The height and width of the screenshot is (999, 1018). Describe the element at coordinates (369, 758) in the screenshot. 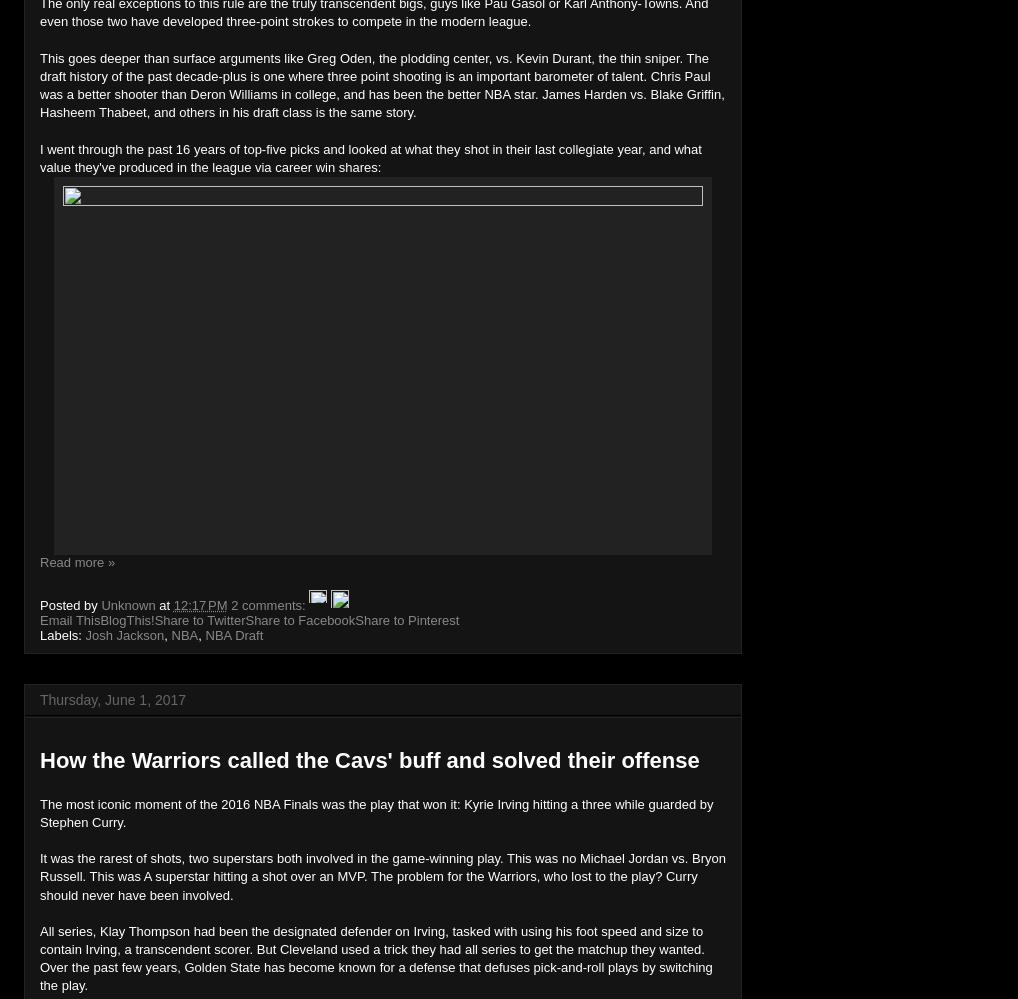

I see `'How the Warriors called the Cavs' buff and solved their offense'` at that location.